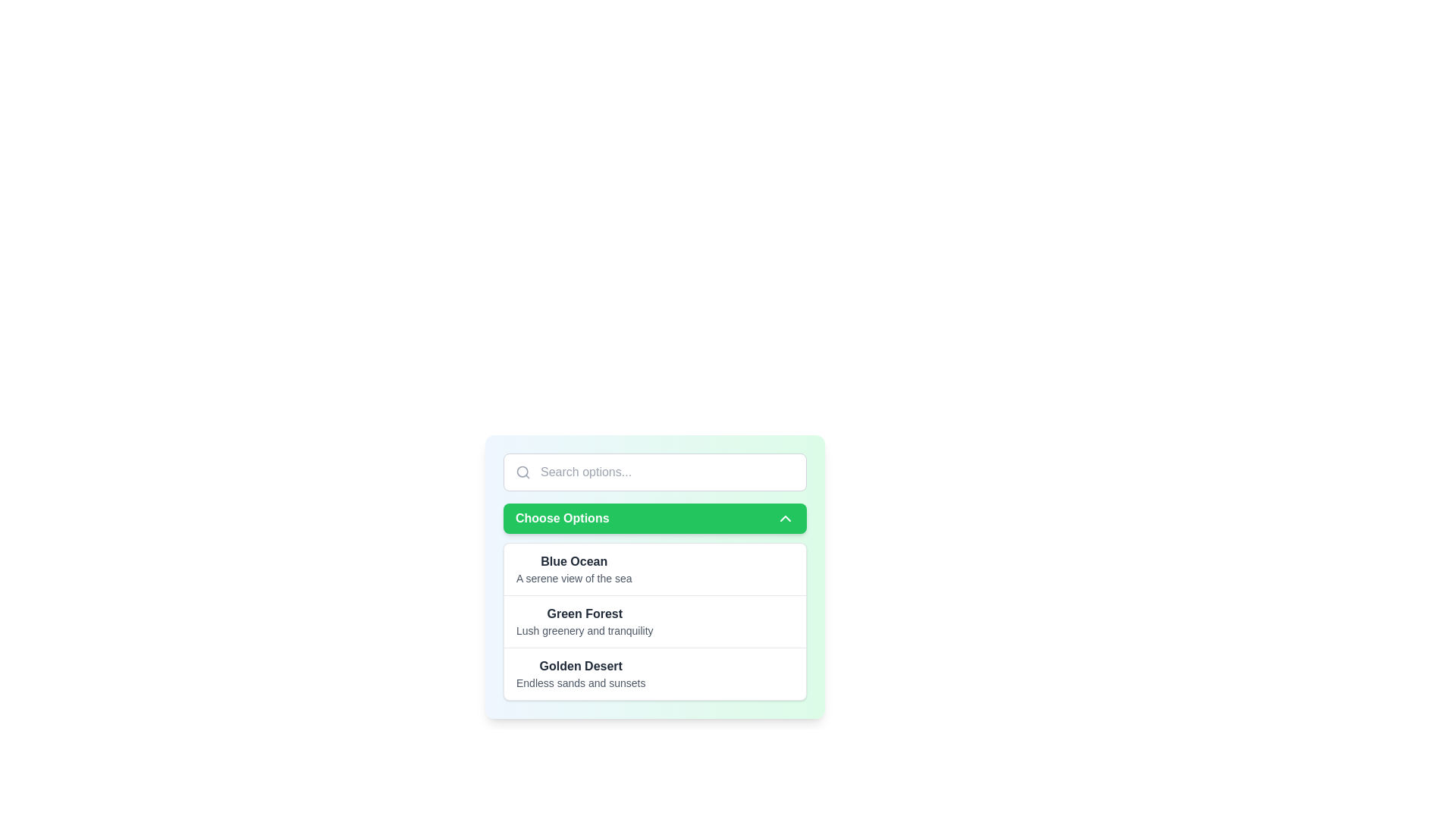 Image resolution: width=1456 pixels, height=819 pixels. What do you see at coordinates (655, 621) in the screenshot?
I see `the 'Green Forest' selection button in the list` at bounding box center [655, 621].